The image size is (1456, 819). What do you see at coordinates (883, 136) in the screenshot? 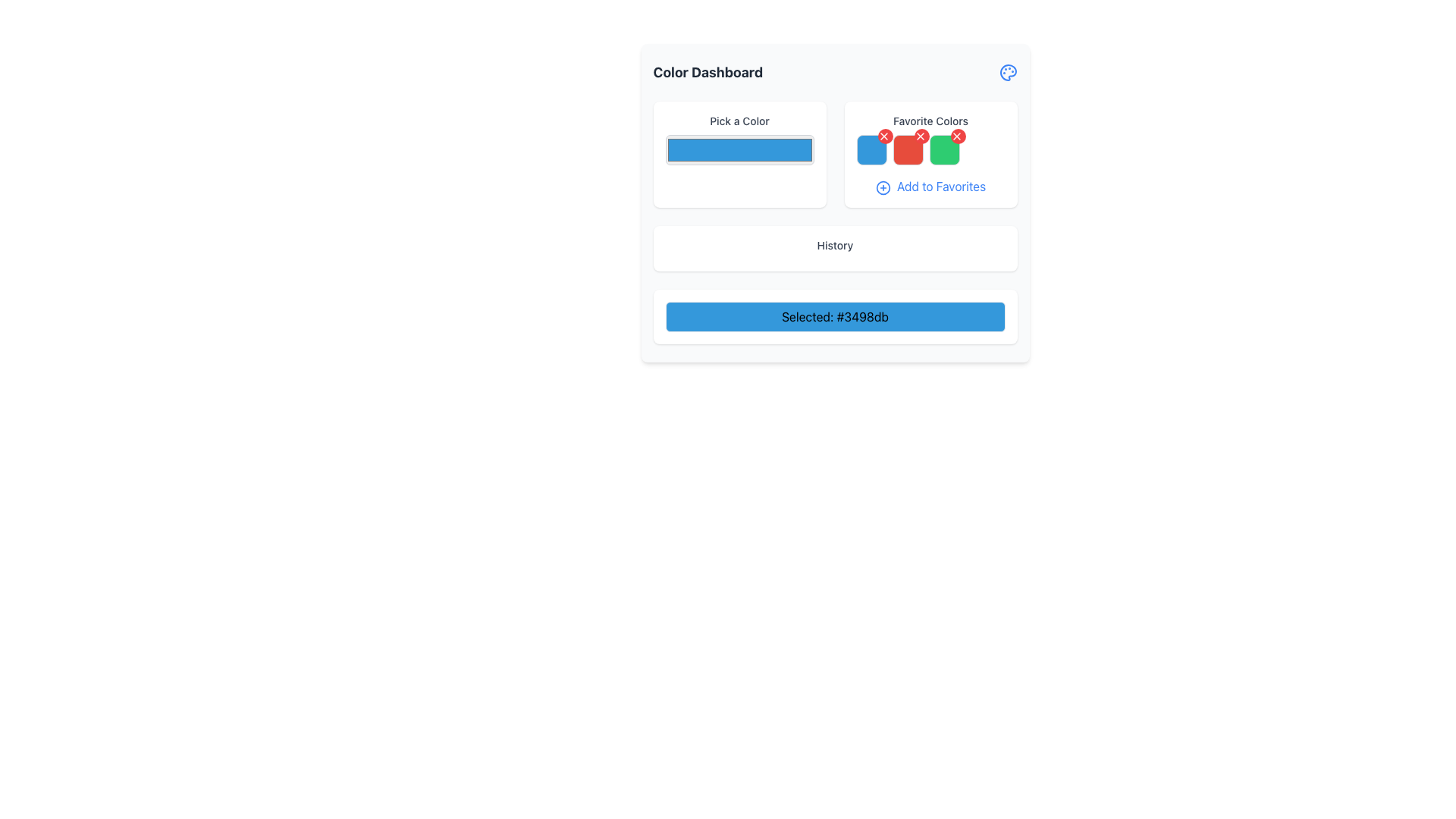
I see `the Delete Button Icon, which is a circular icon with a red background and a white 'X' symbol, located over the blue color card in the favorites section of the dashboard` at bounding box center [883, 136].